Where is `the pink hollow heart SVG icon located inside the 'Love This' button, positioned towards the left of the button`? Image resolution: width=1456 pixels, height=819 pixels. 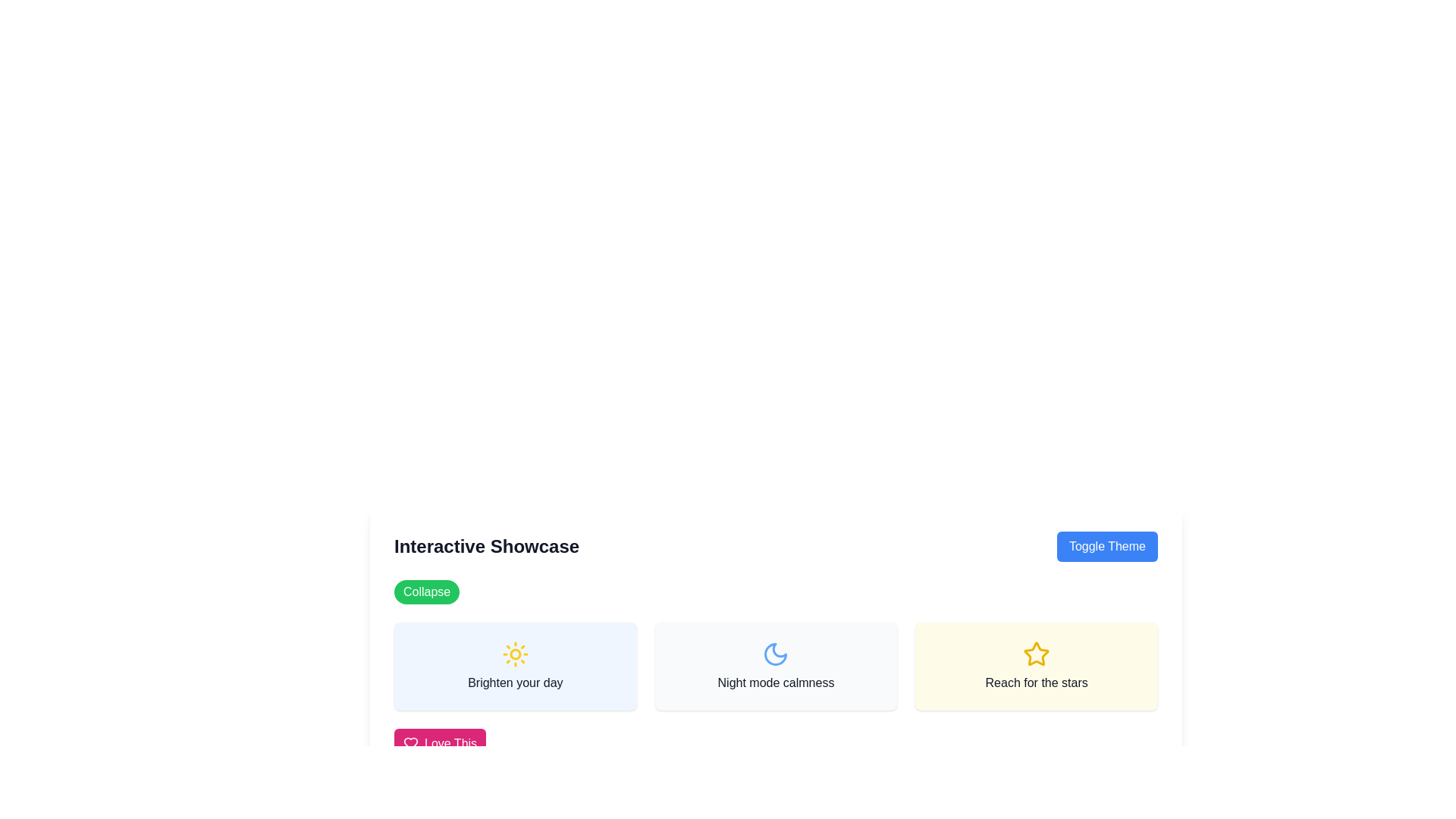
the pink hollow heart SVG icon located inside the 'Love This' button, positioned towards the left of the button is located at coordinates (411, 742).